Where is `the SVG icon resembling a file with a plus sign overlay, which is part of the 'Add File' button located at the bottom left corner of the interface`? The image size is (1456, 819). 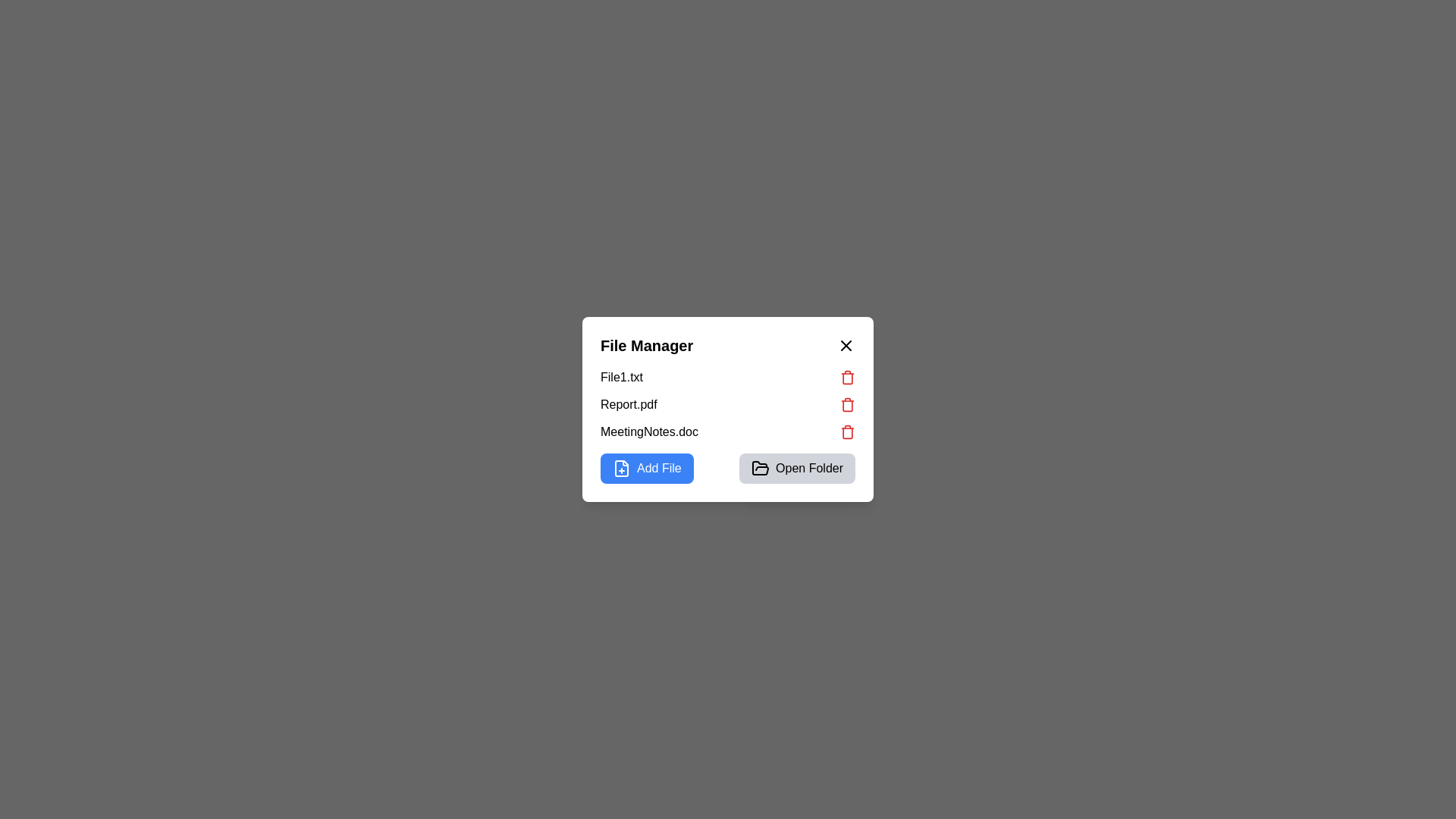 the SVG icon resembling a file with a plus sign overlay, which is part of the 'Add File' button located at the bottom left corner of the interface is located at coordinates (622, 467).